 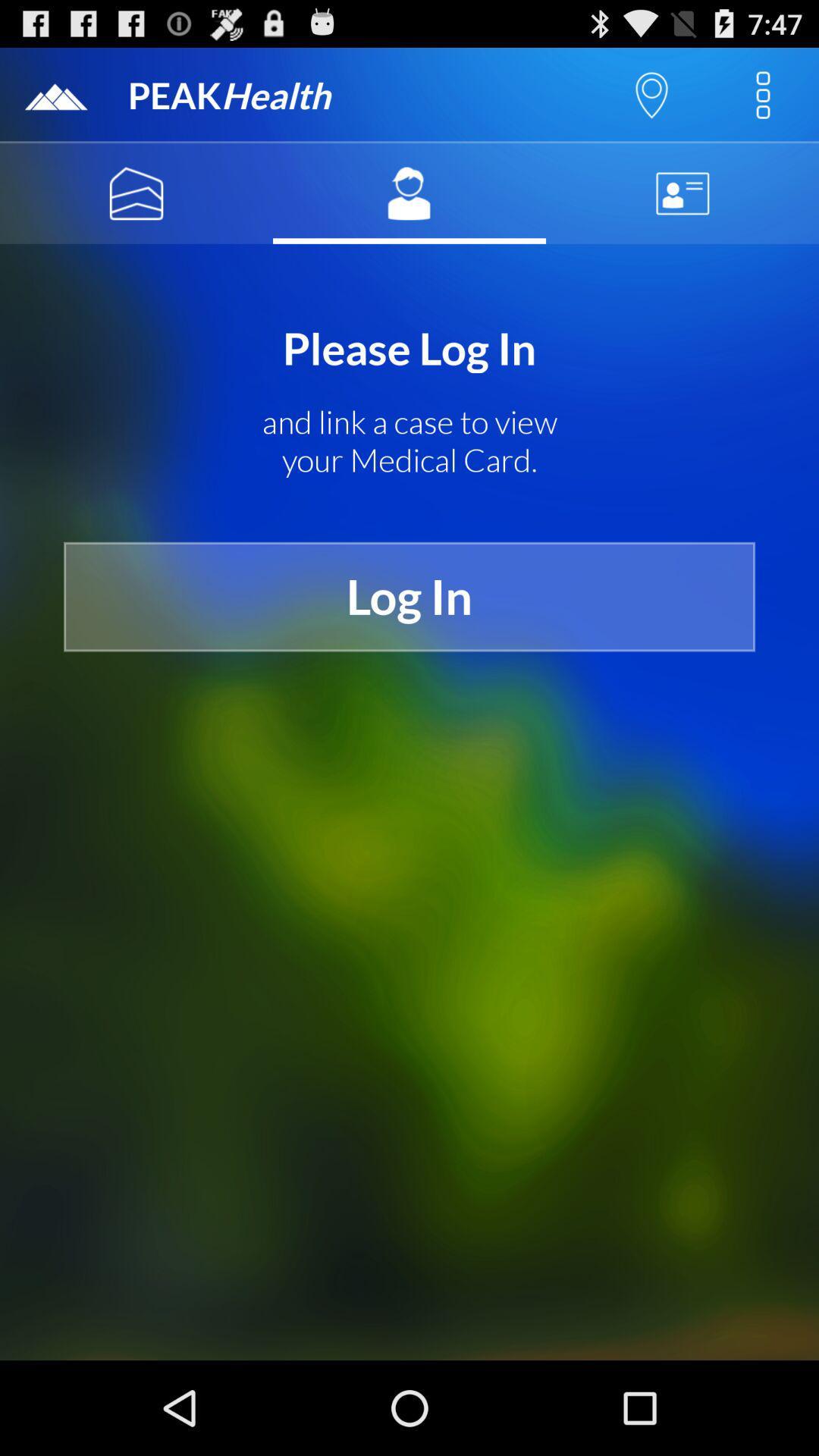 What do you see at coordinates (409, 193) in the screenshot?
I see `my account` at bounding box center [409, 193].